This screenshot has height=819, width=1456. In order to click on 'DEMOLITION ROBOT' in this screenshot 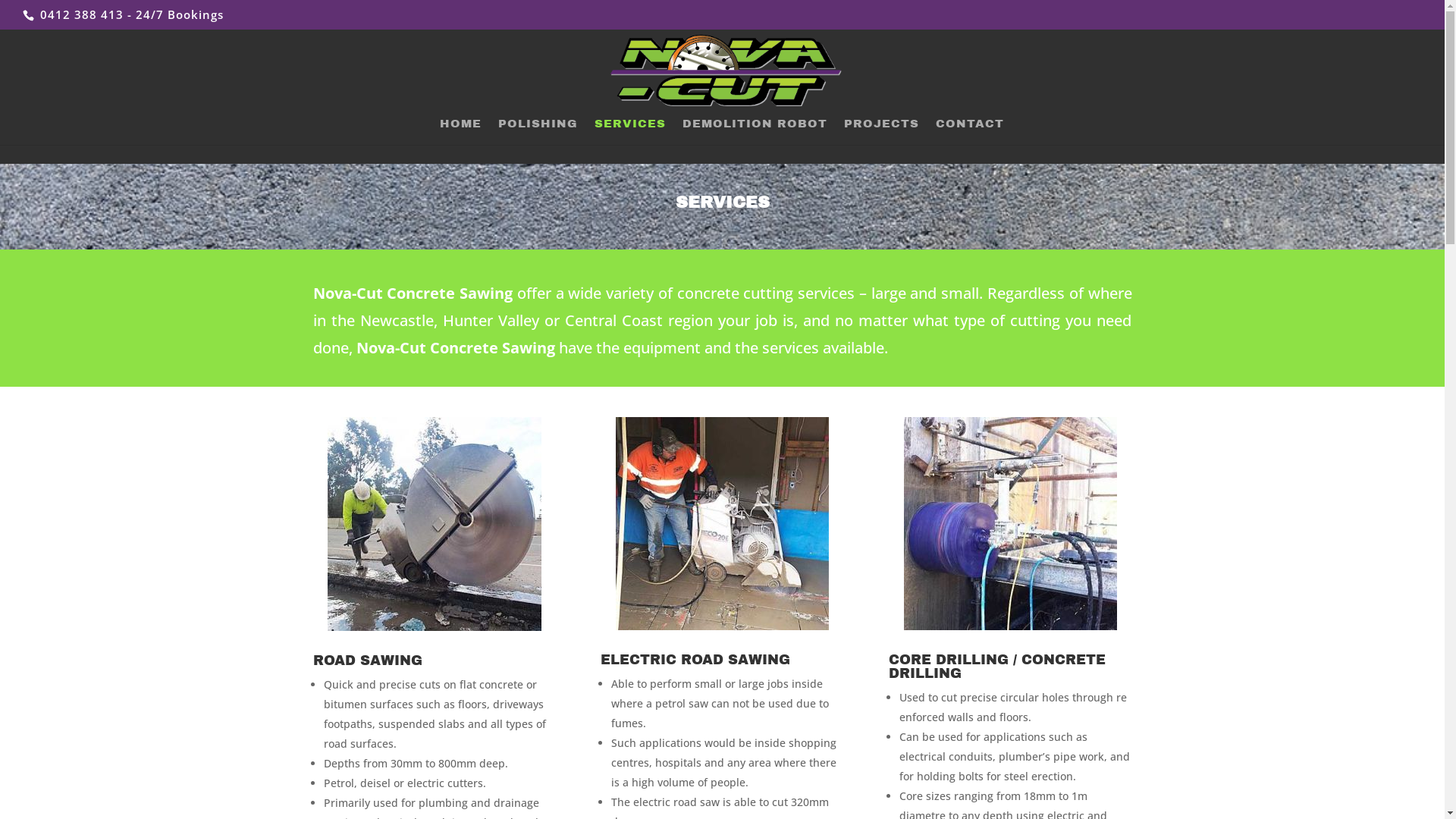, I will do `click(755, 130)`.